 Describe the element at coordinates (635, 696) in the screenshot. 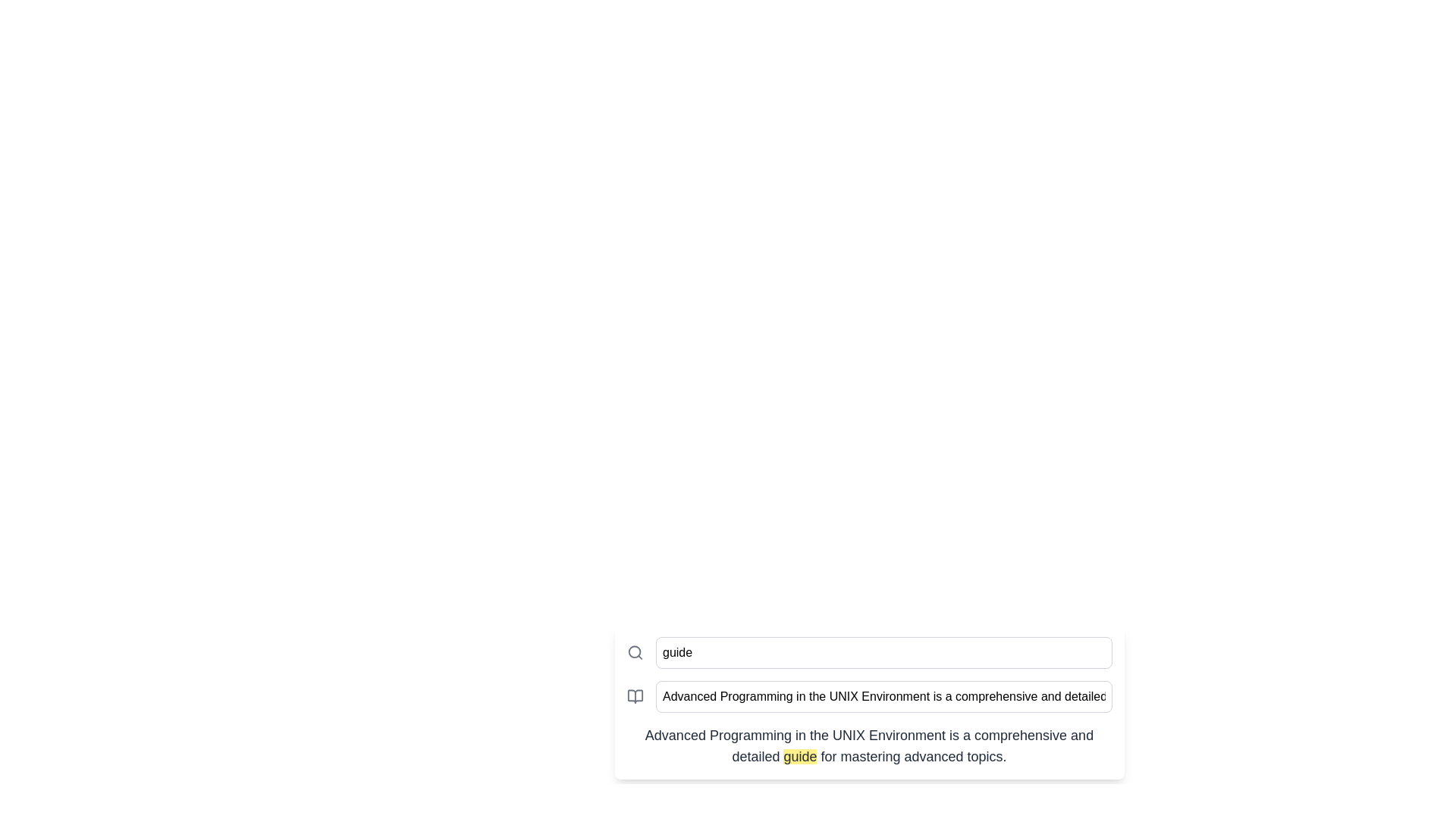

I see `the open book icon, which is a minimalist gray design indicating reading or documentation, located to the left of the text field about 'Advanced Programming in the UNIX Environment'` at that location.